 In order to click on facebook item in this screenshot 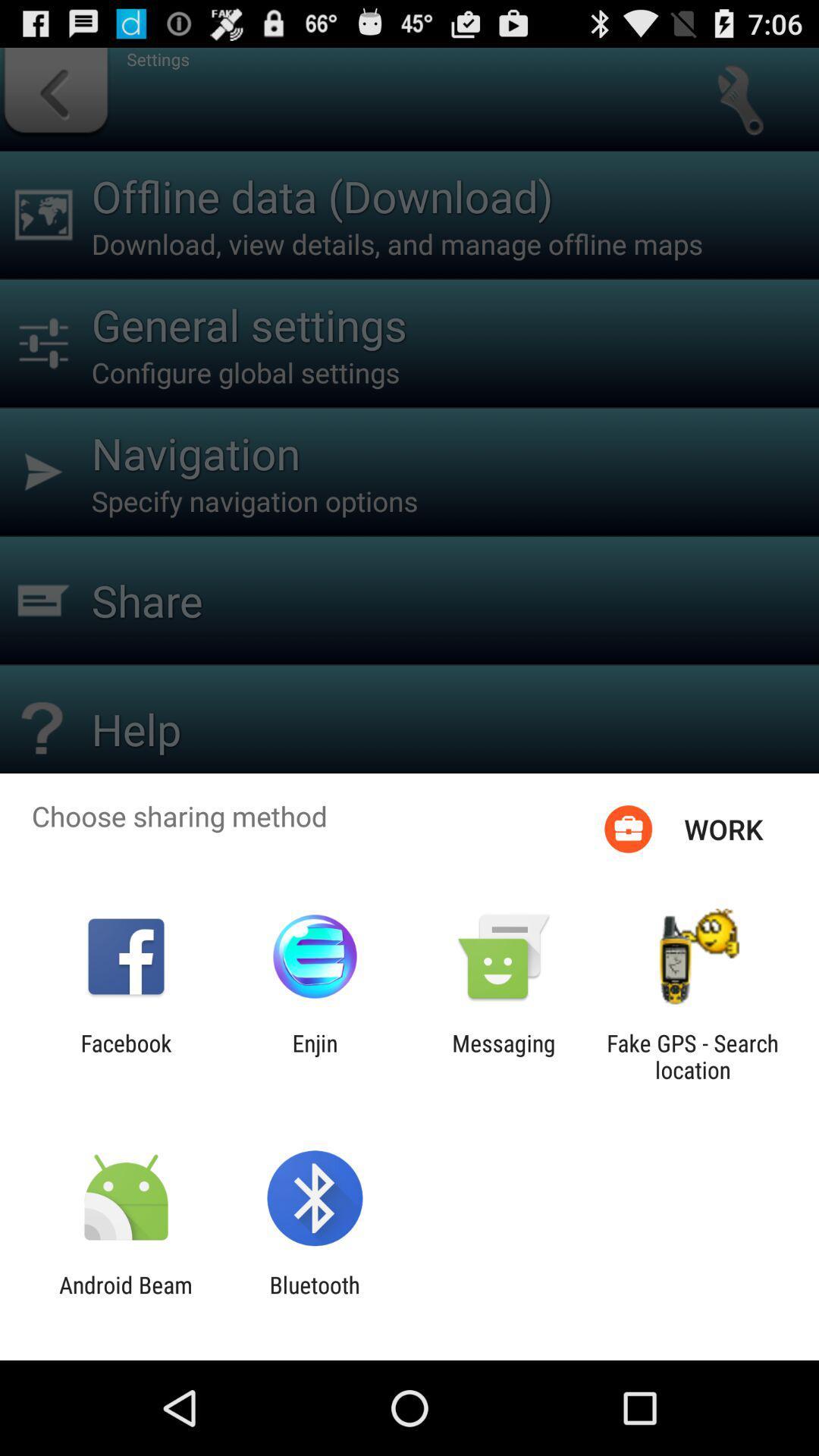, I will do `click(125, 1056)`.